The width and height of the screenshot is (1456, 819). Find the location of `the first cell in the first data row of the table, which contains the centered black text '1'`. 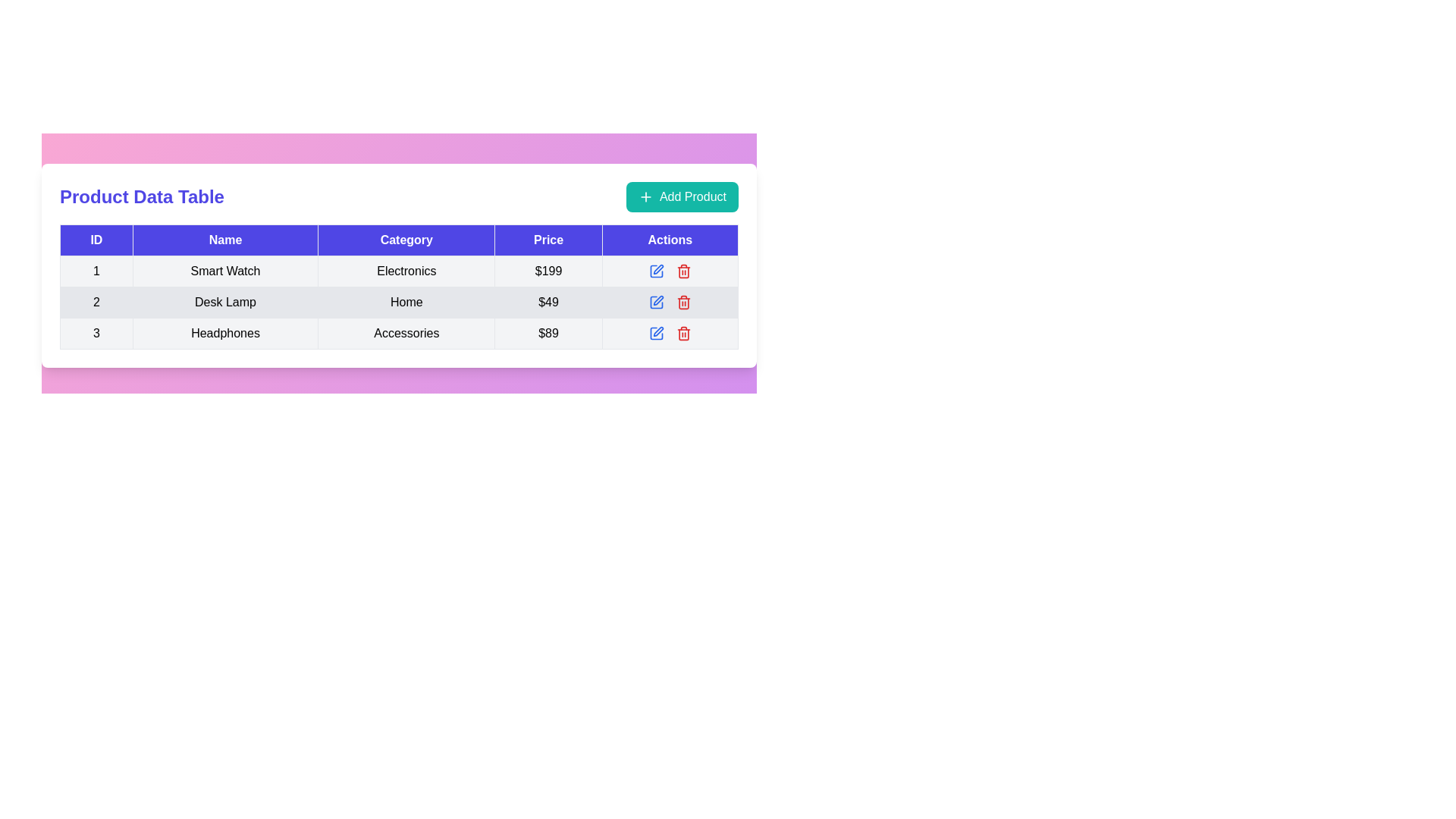

the first cell in the first data row of the table, which contains the centered black text '1' is located at coordinates (96, 271).